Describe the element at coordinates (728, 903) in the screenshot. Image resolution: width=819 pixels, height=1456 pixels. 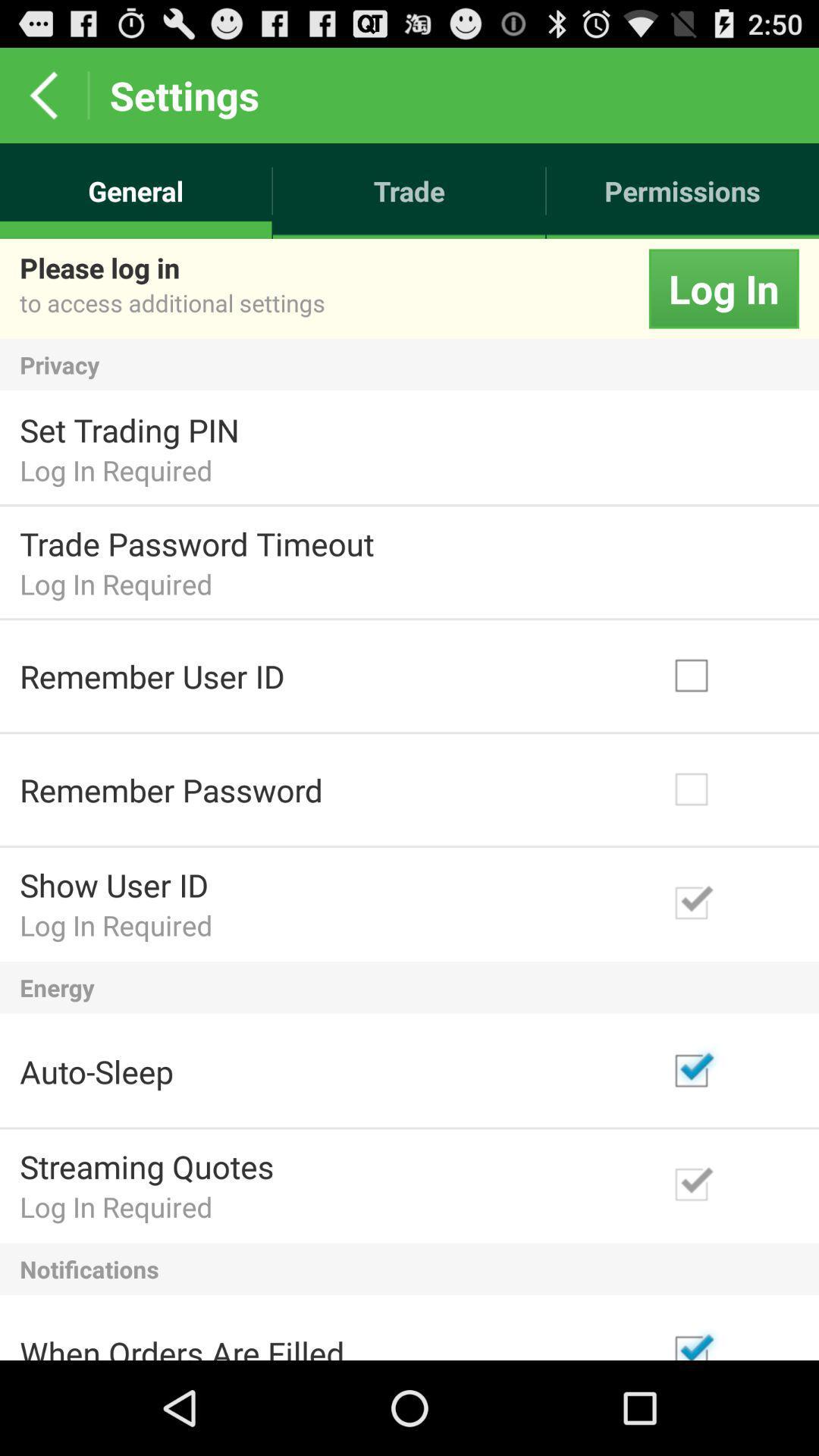
I see `check box beside show user id` at that location.